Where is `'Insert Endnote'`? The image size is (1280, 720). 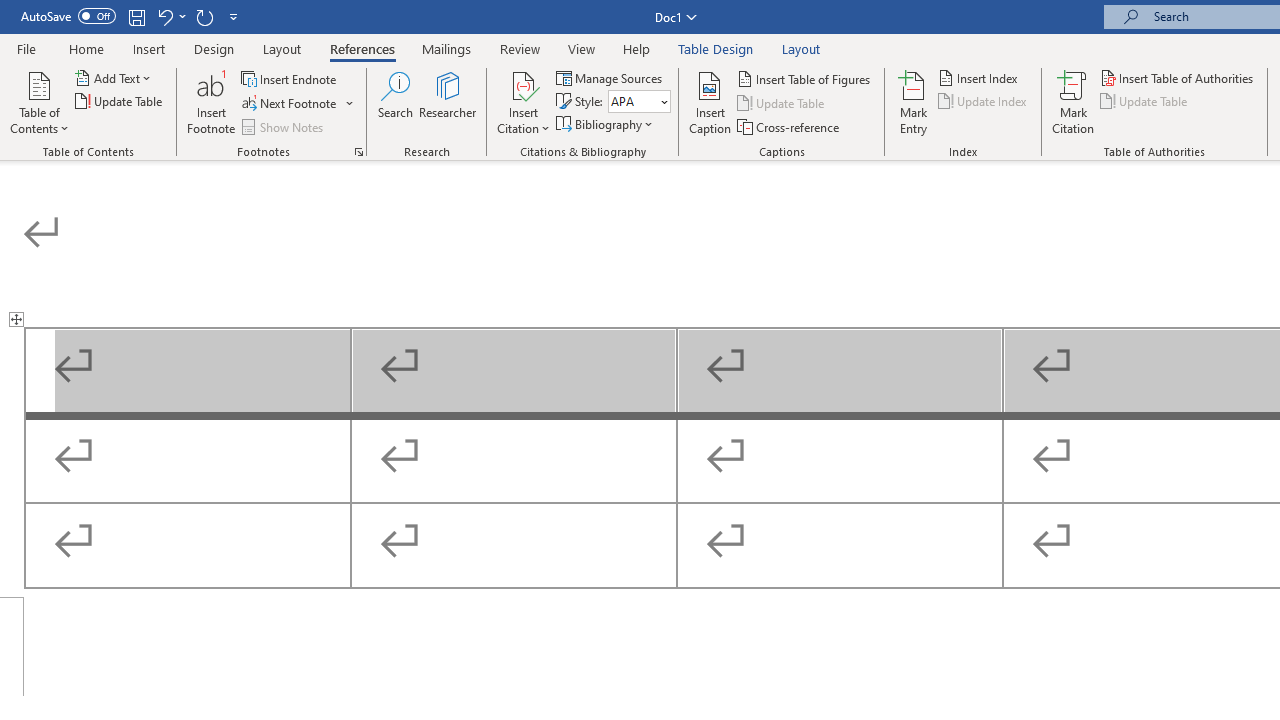 'Insert Endnote' is located at coordinates (289, 78).